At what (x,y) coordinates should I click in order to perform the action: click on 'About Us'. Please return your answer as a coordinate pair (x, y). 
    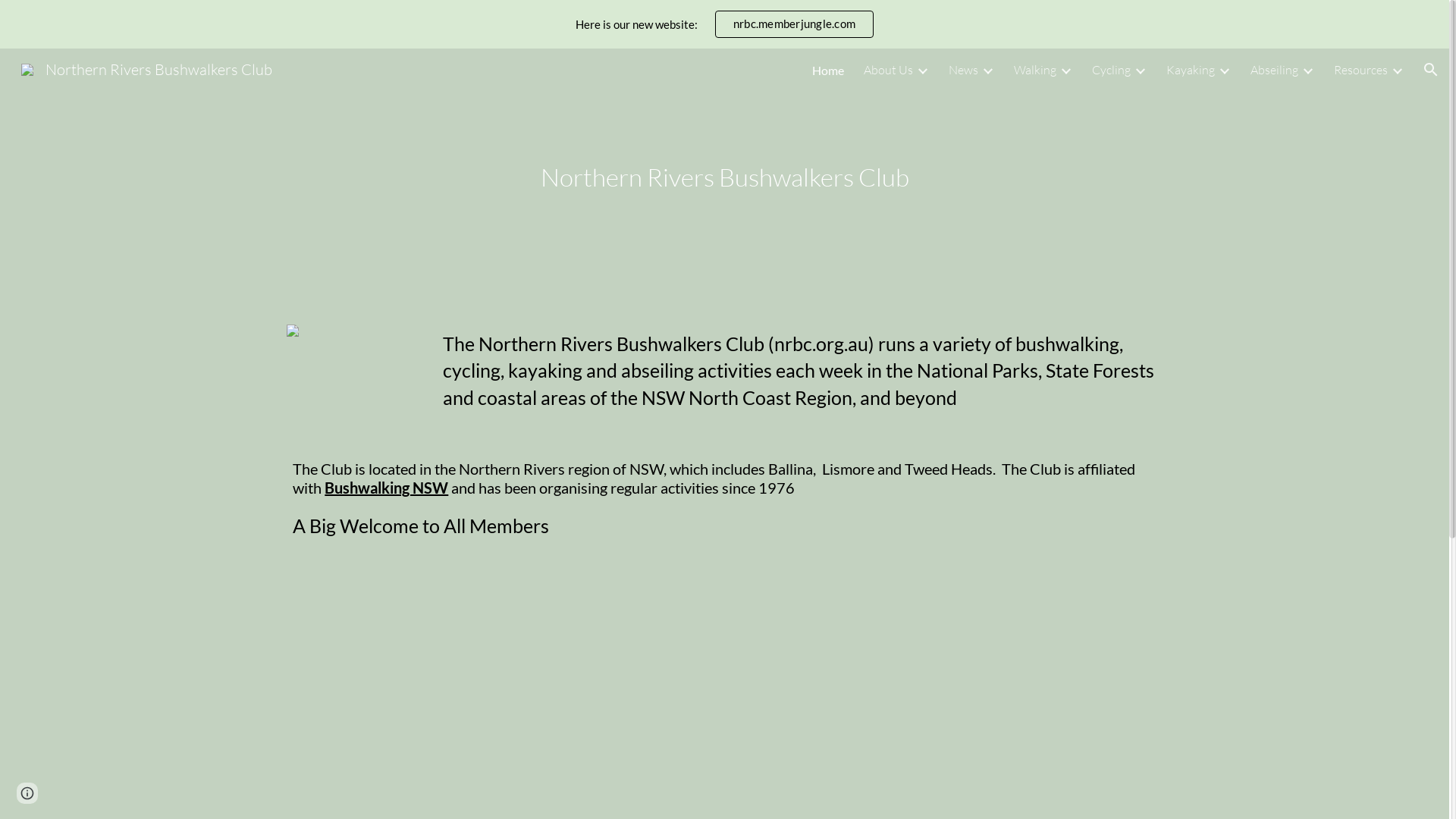
    Looking at the image, I should click on (863, 70).